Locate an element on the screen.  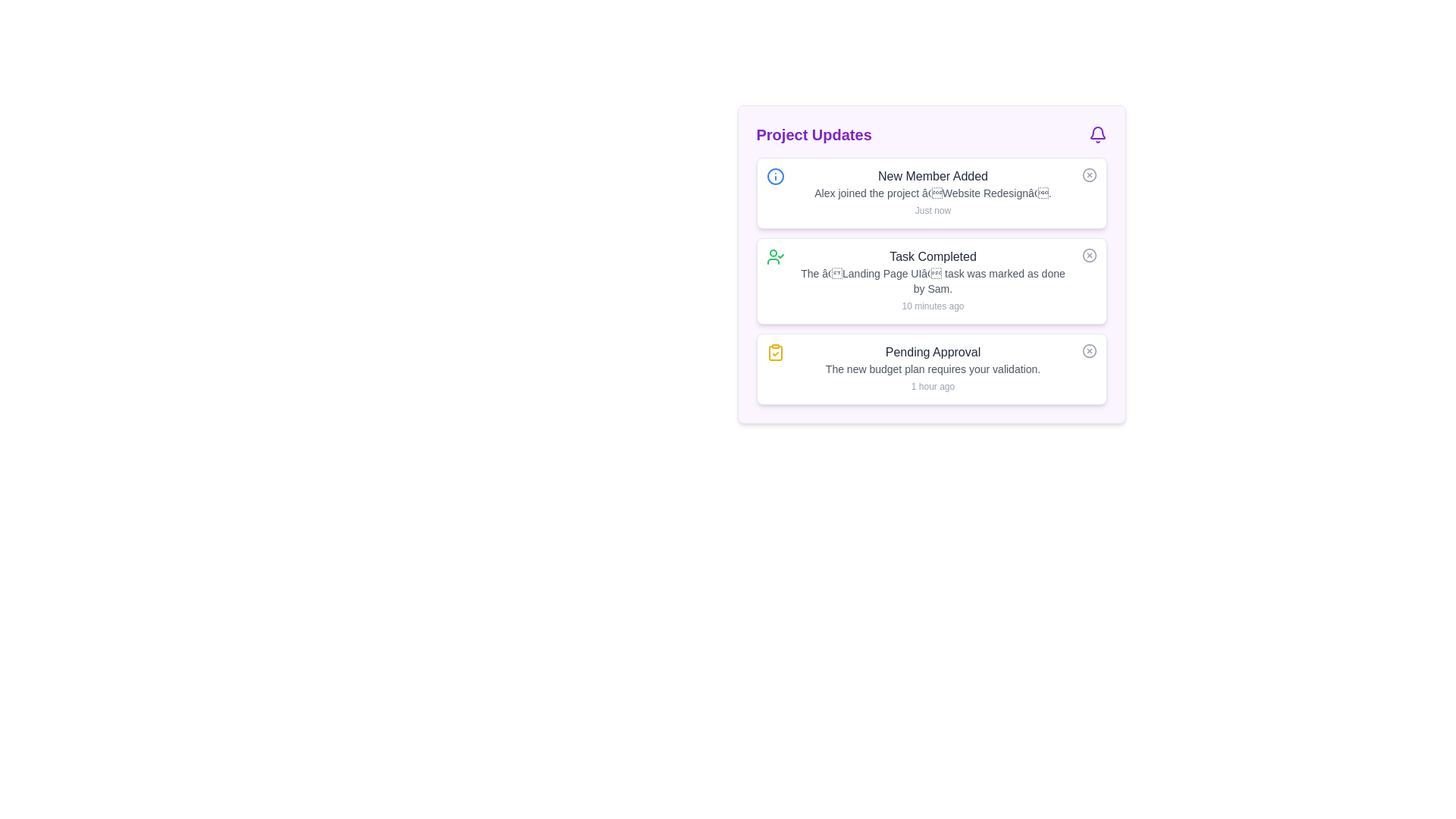
the descriptive text 'The new budget plan requires your validation.' located beneath the heading 'Pending Approval' in the 'Project Updates' section for possible tooltips is located at coordinates (932, 369).